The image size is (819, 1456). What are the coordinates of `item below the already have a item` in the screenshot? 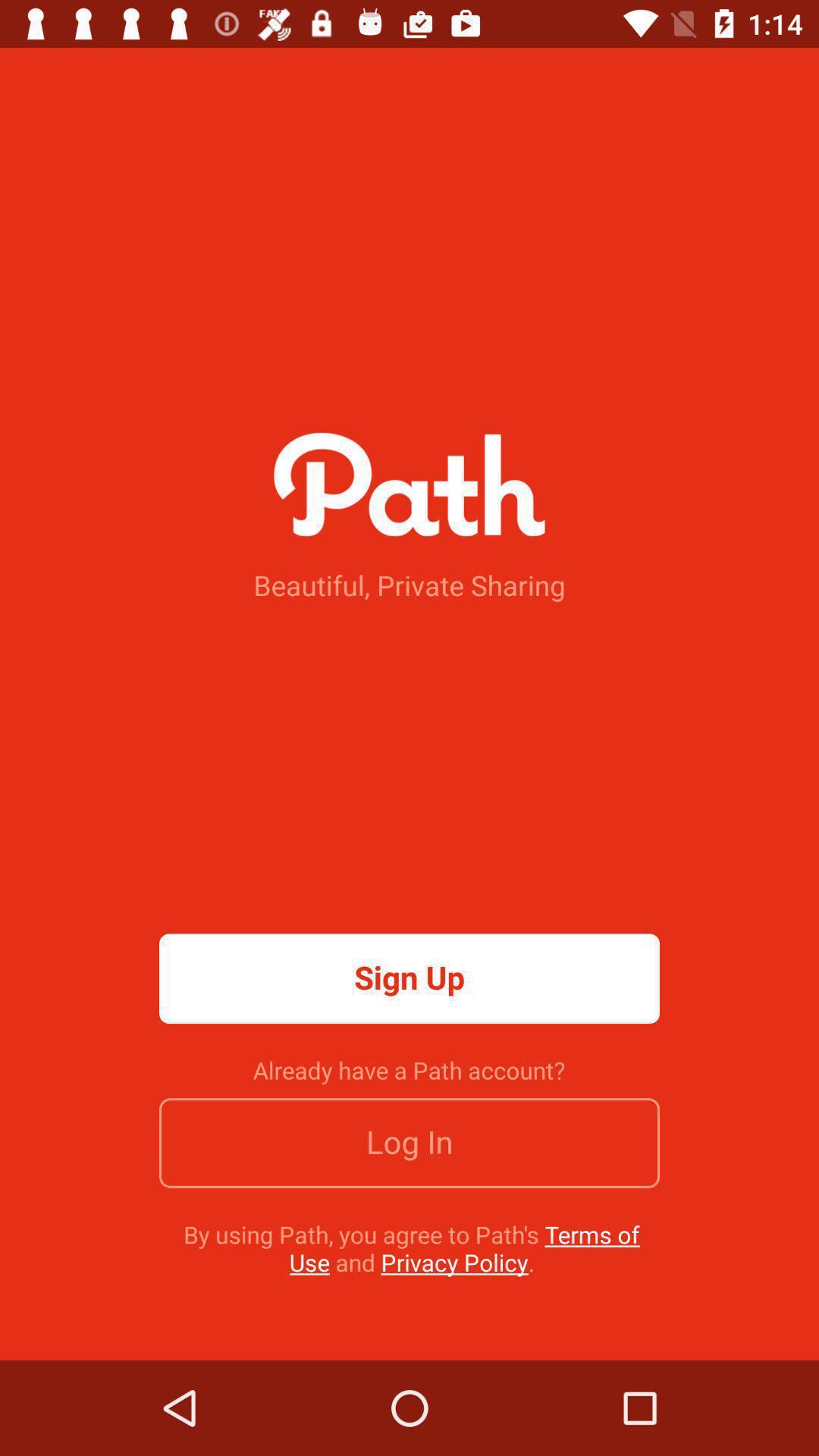 It's located at (409, 1143).